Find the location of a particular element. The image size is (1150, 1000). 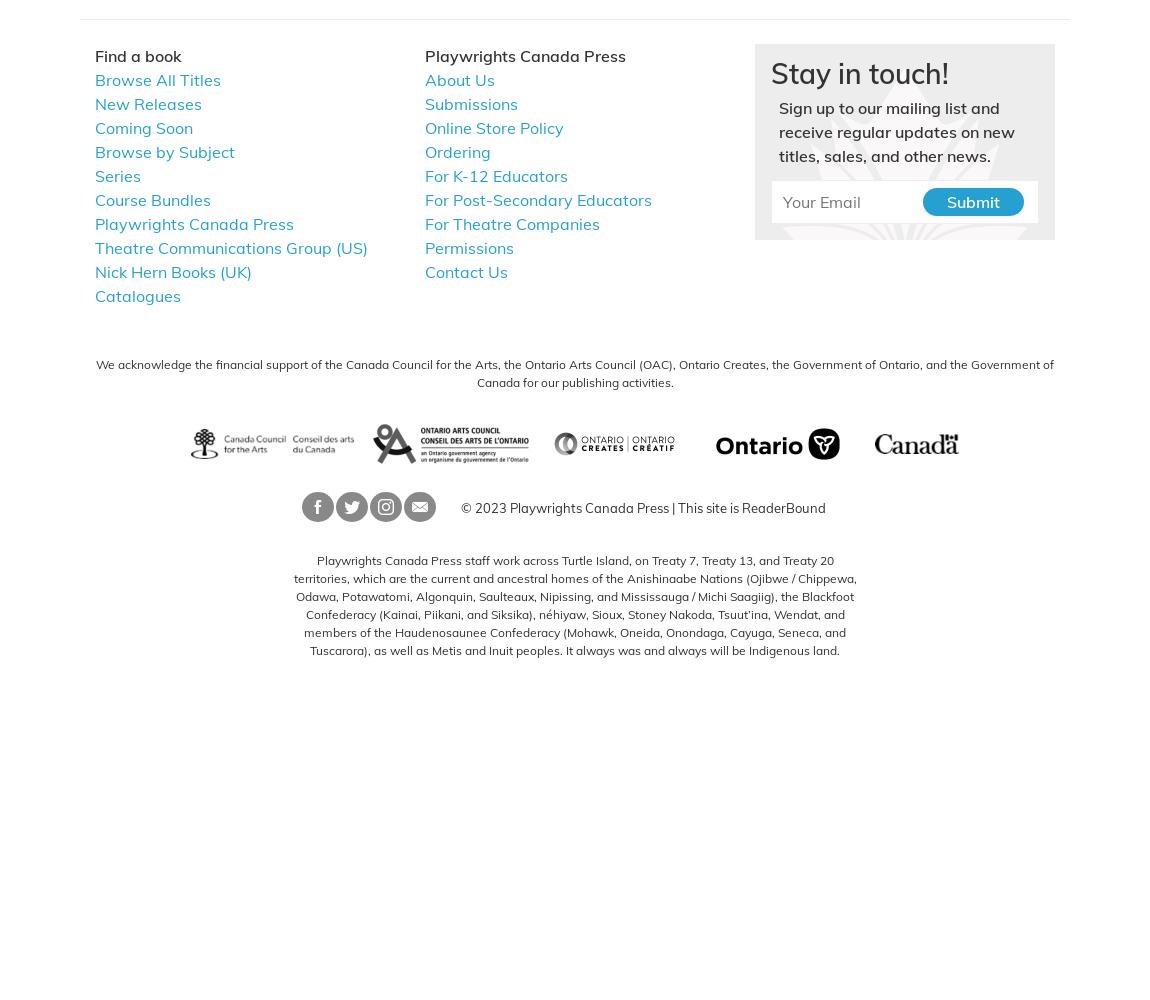

'Browse All Titles' is located at coordinates (157, 78).